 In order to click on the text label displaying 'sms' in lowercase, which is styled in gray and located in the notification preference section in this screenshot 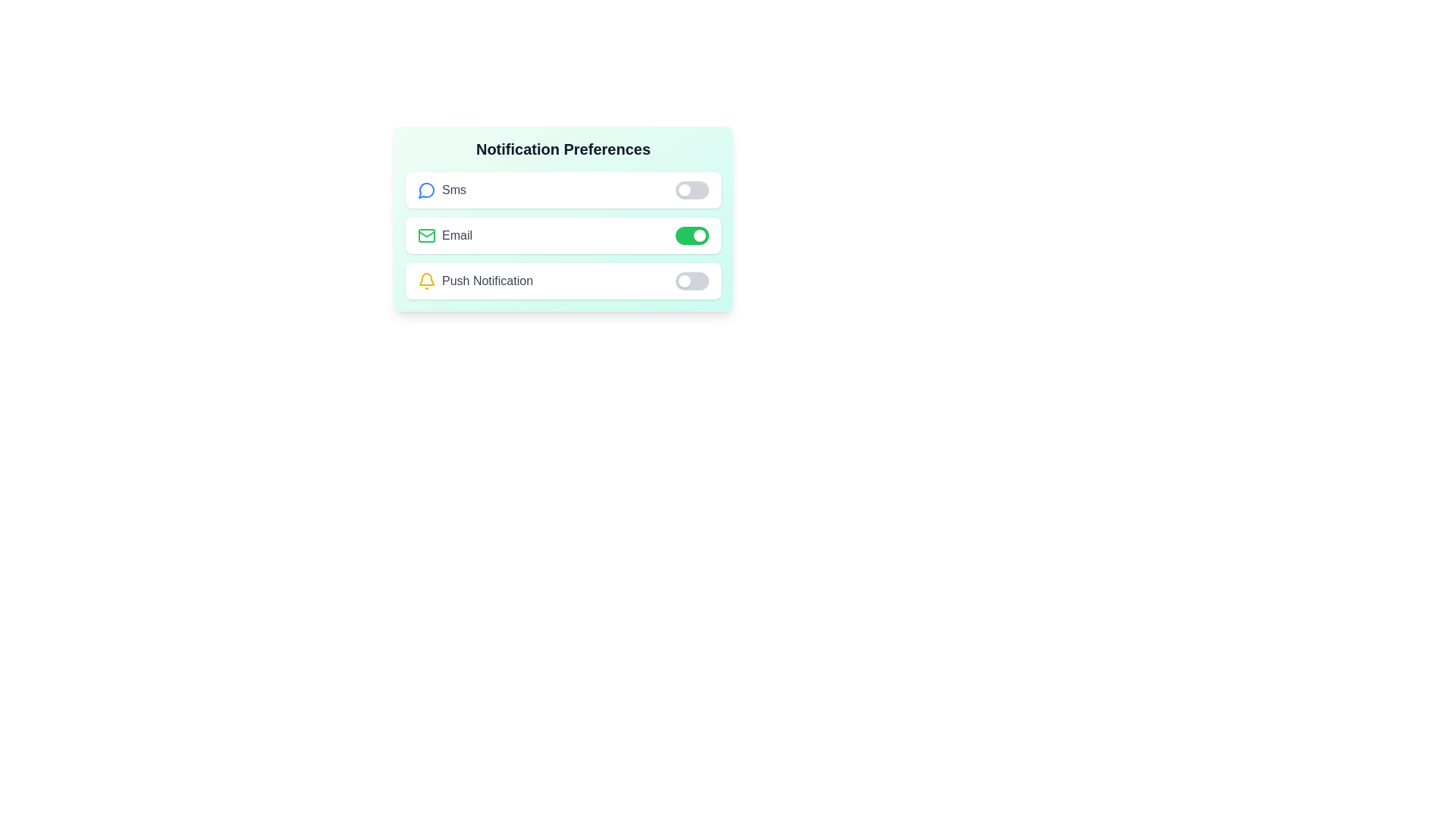, I will do `click(453, 189)`.